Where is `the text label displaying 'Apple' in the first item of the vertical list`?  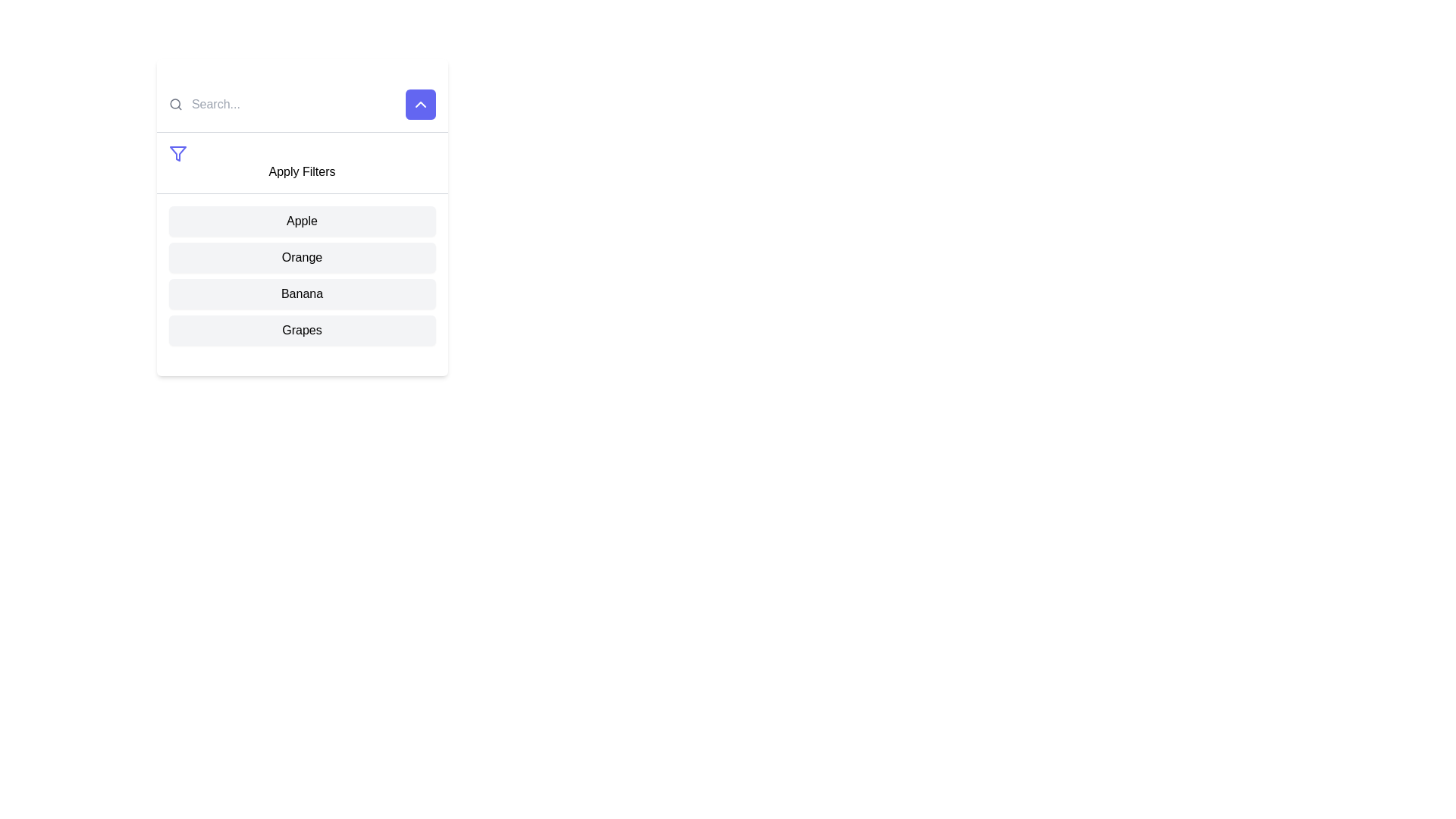 the text label displaying 'Apple' in the first item of the vertical list is located at coordinates (302, 221).